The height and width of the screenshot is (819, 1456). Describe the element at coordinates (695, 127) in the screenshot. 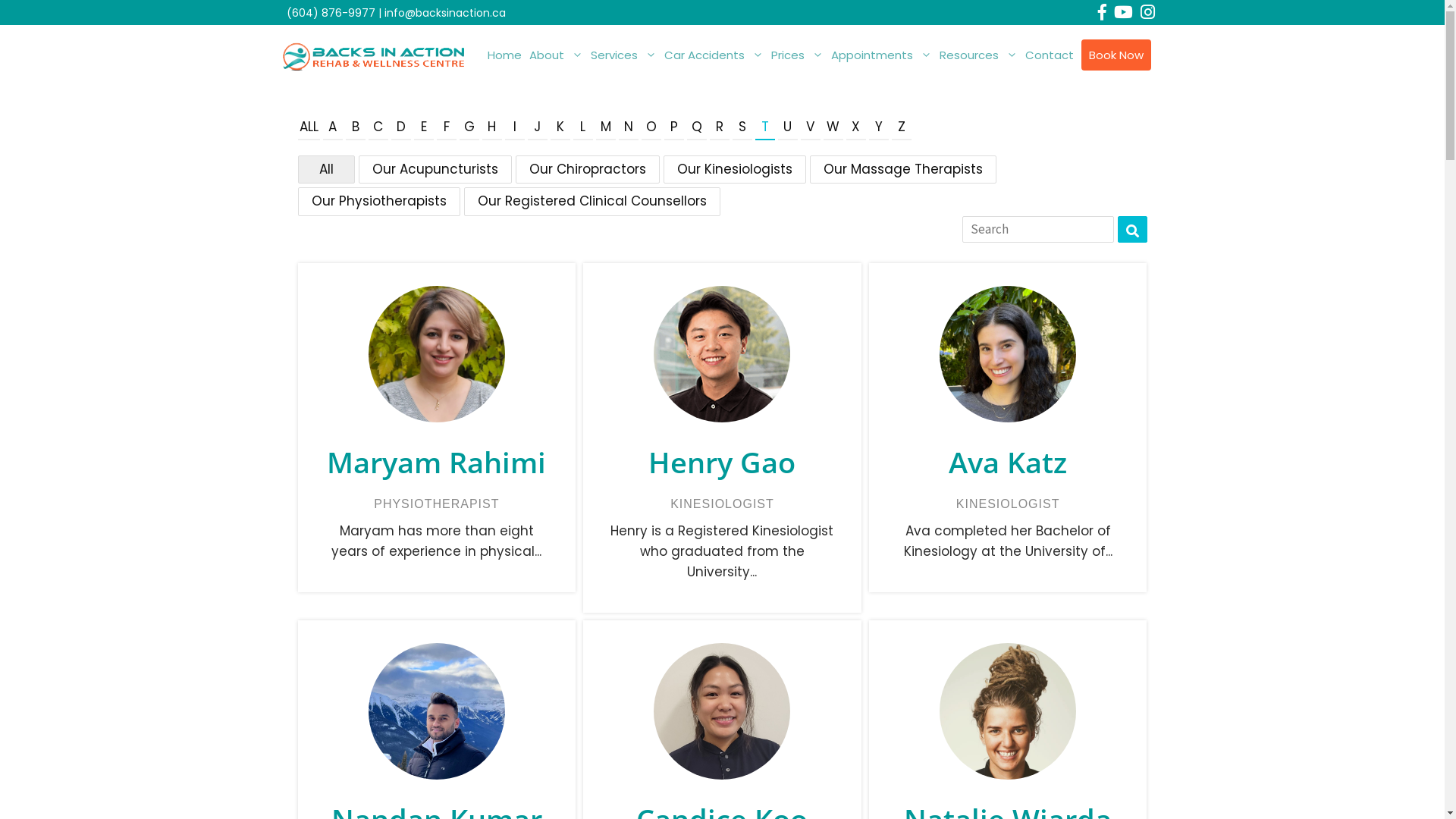

I see `'Q'` at that location.